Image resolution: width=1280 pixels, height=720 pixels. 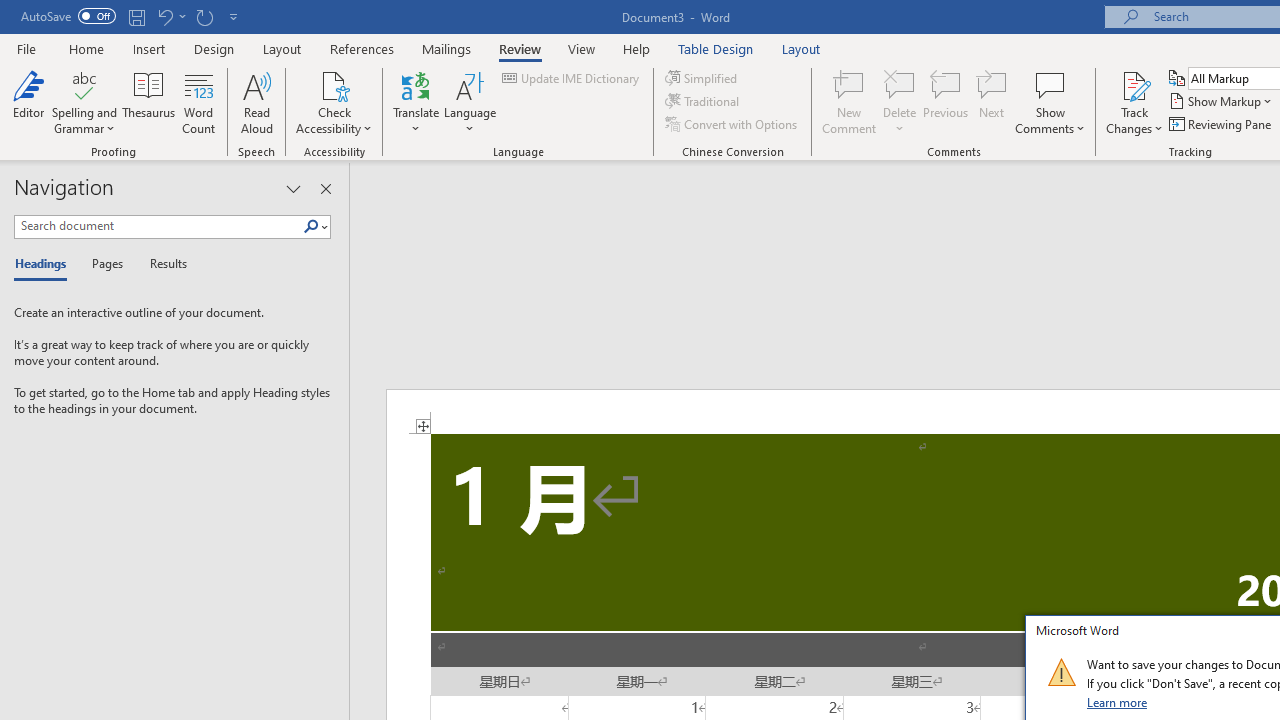 What do you see at coordinates (415, 103) in the screenshot?
I see `'Translate'` at bounding box center [415, 103].